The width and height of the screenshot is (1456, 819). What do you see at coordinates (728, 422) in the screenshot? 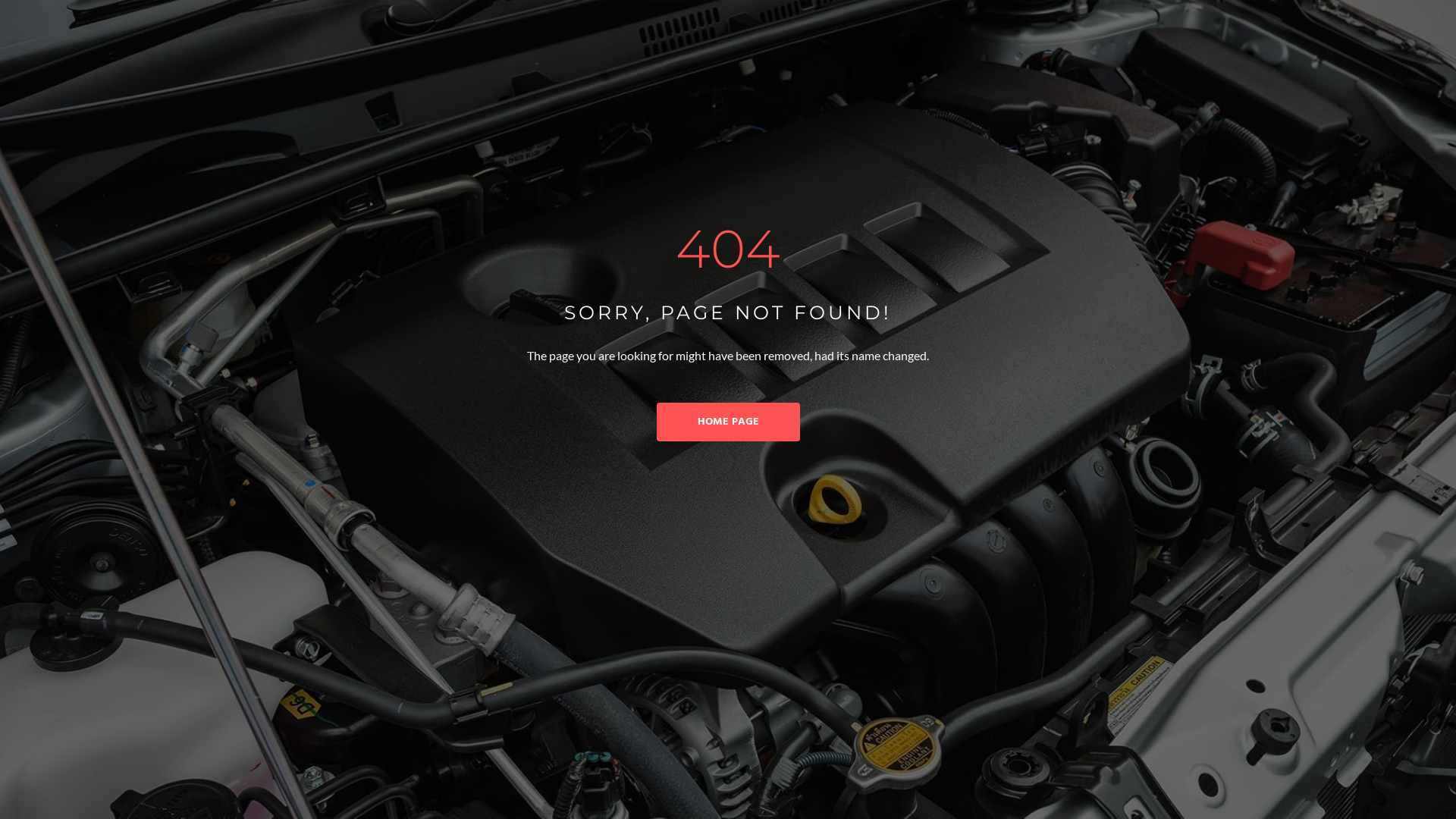
I see `'HOME PAGE'` at bounding box center [728, 422].